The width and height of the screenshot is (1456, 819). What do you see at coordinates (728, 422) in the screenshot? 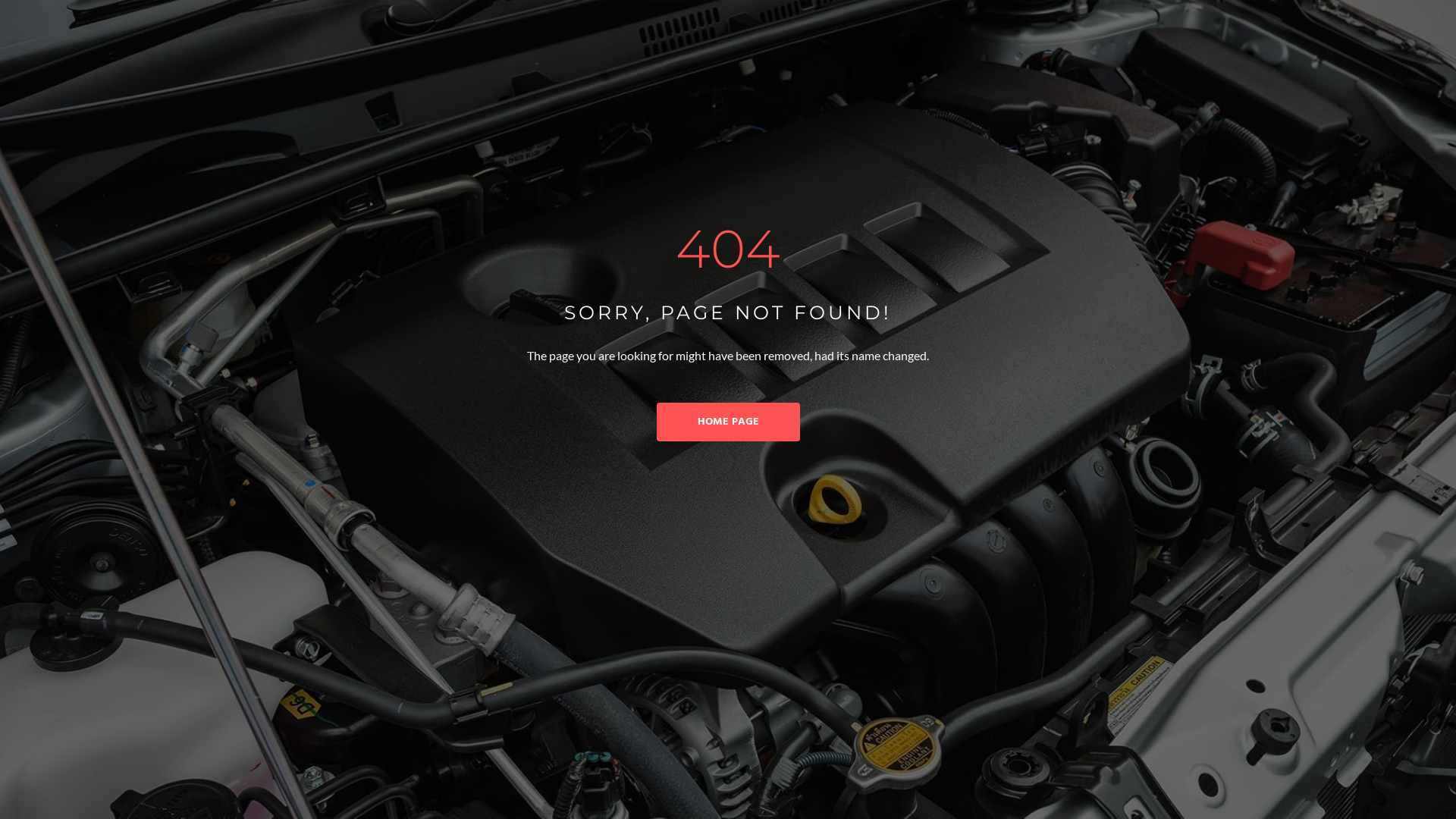
I see `'HOME PAGE'` at bounding box center [728, 422].